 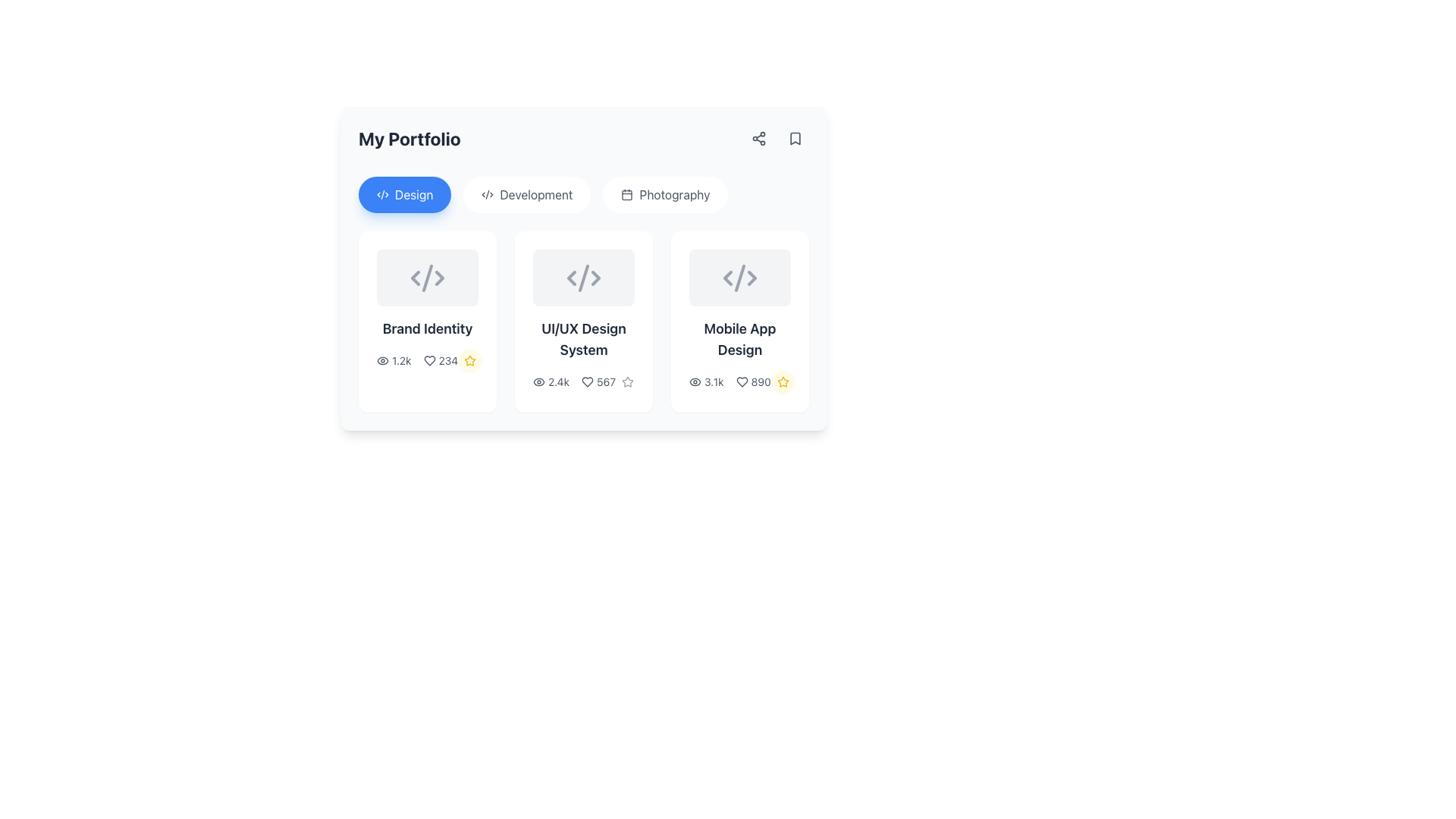 I want to click on the share icon represented by three interconnected circles in the upper right corner of the white card interface, so click(x=759, y=138).